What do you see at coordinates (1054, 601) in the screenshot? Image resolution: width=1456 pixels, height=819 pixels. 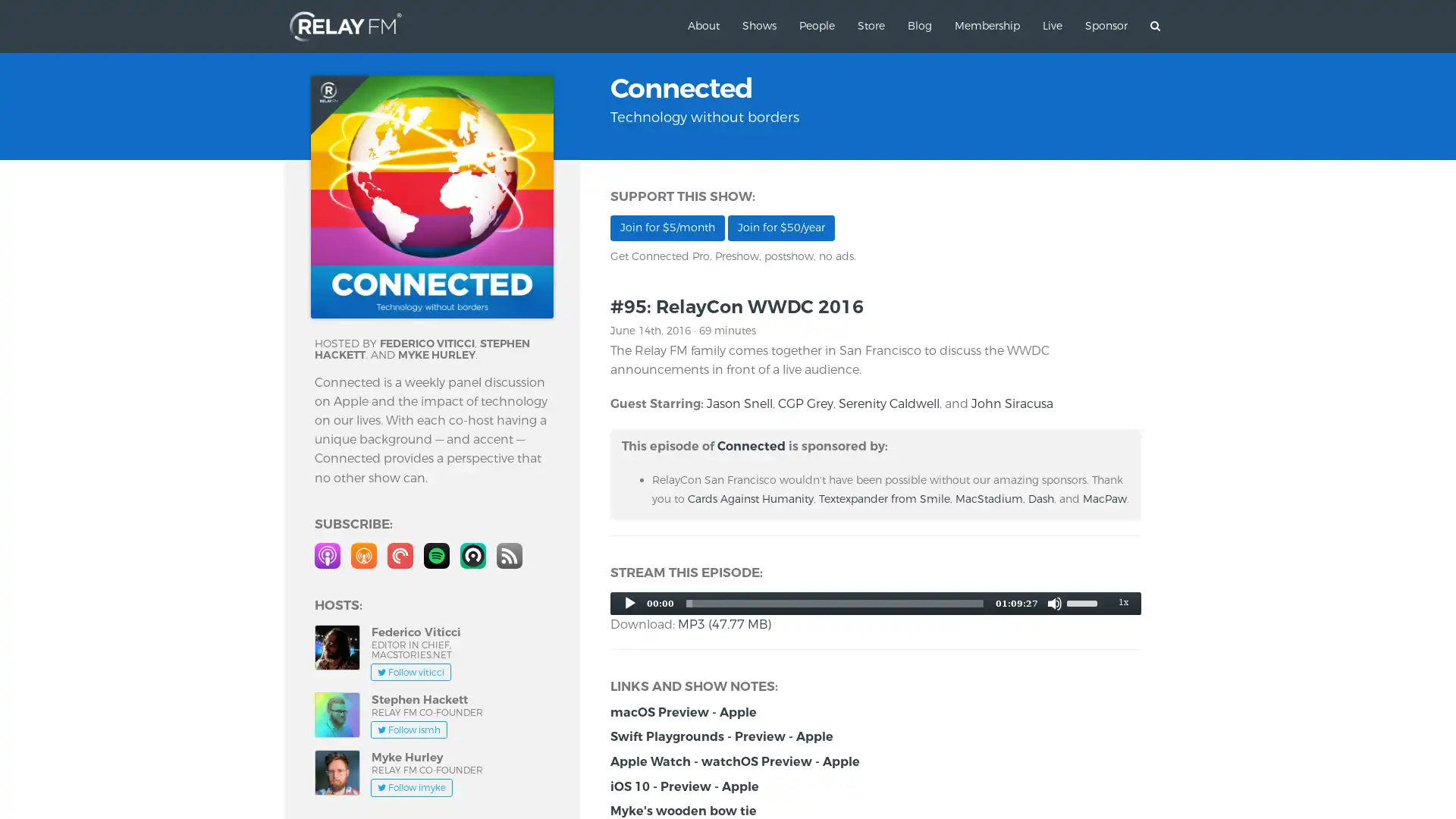 I see `Mute` at bounding box center [1054, 601].